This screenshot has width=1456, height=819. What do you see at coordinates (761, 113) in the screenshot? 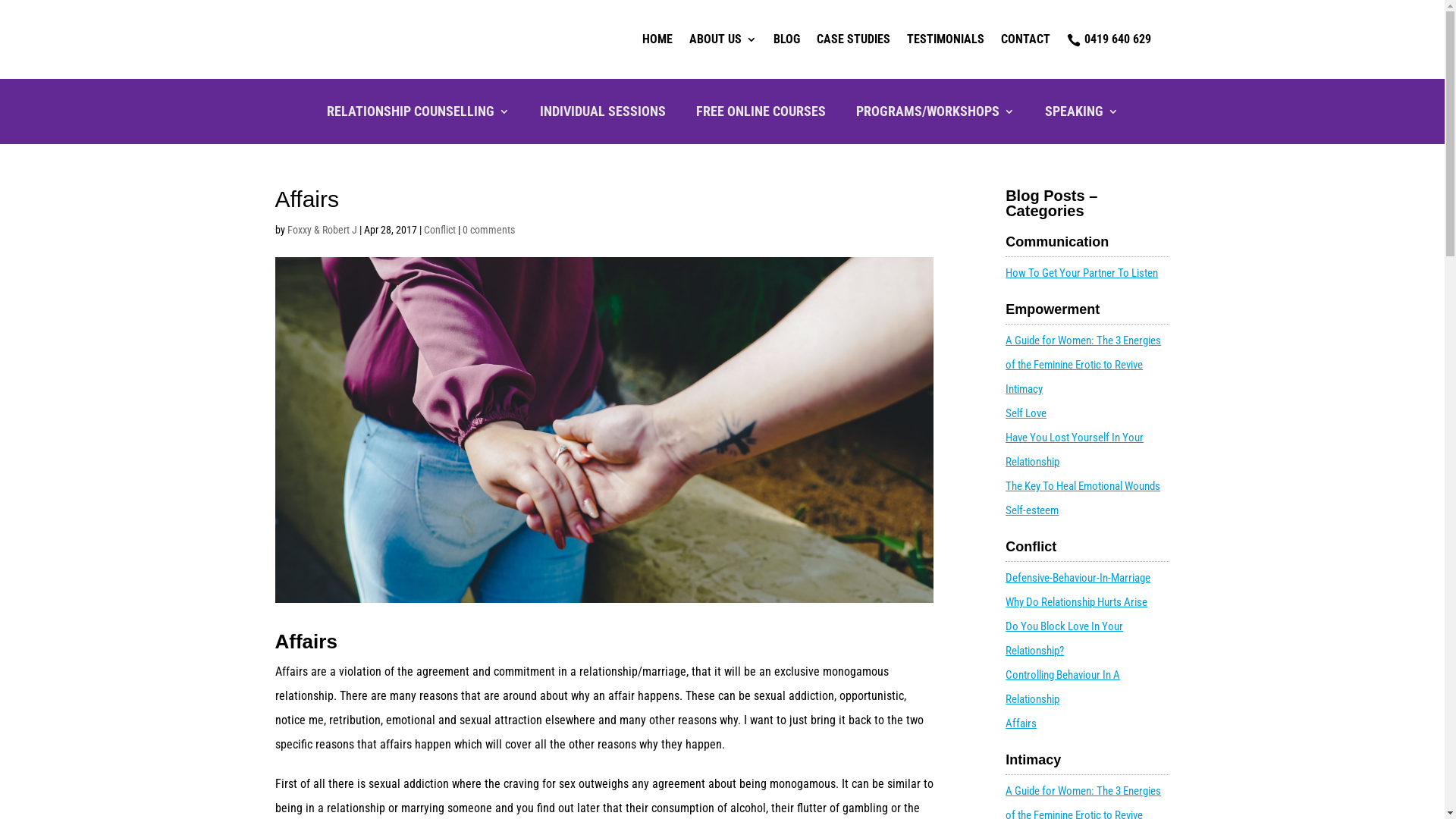
I see `'FREE ONLINE COURSES'` at bounding box center [761, 113].